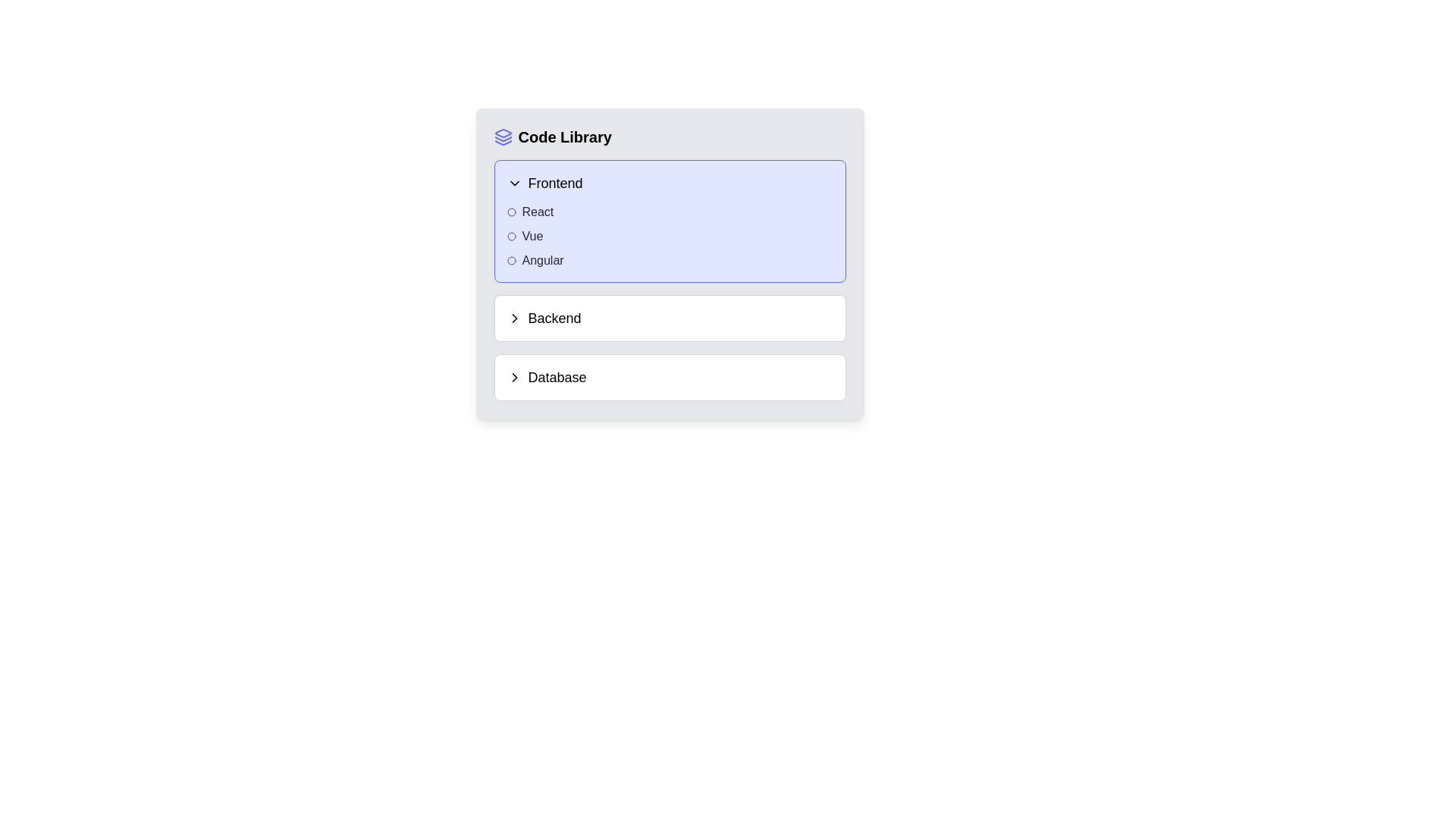 This screenshot has height=819, width=1456. I want to click on the 'Database' expandable menu item, so click(669, 376).